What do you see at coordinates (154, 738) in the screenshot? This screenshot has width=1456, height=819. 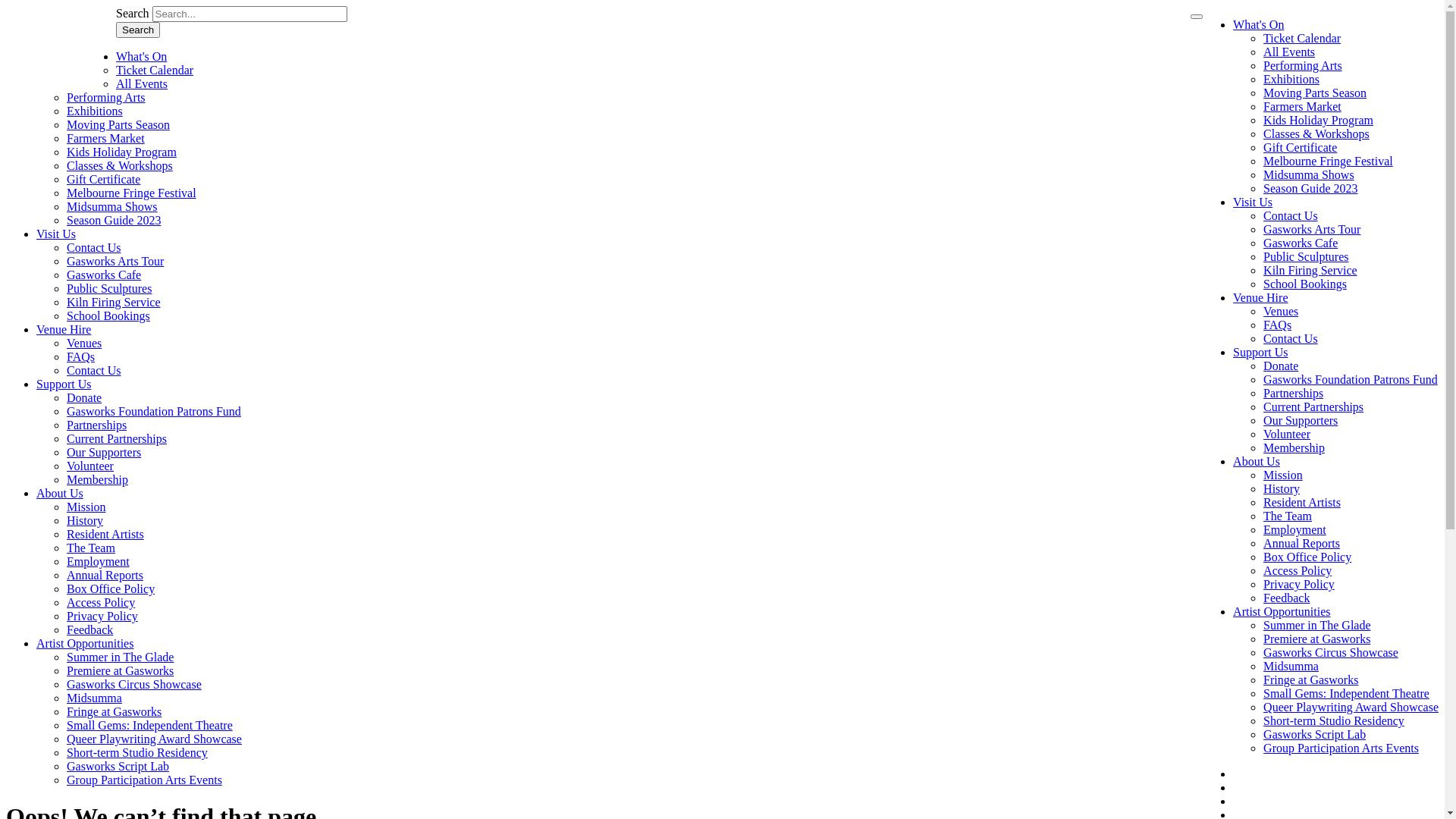 I see `'Queer Playwriting Award Showcase'` at bounding box center [154, 738].